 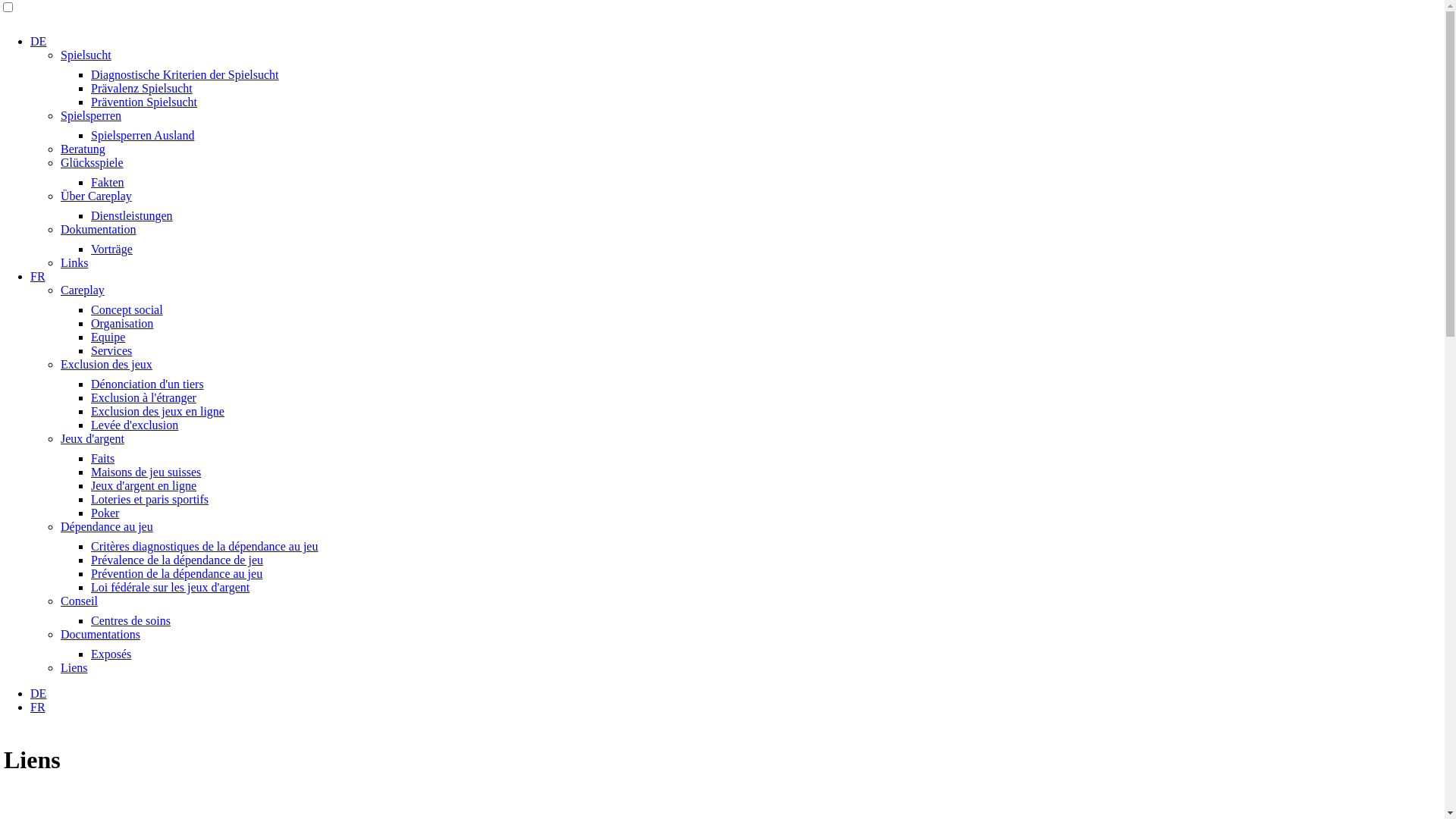 What do you see at coordinates (149, 499) in the screenshot?
I see `'Loteries et paris sportifs'` at bounding box center [149, 499].